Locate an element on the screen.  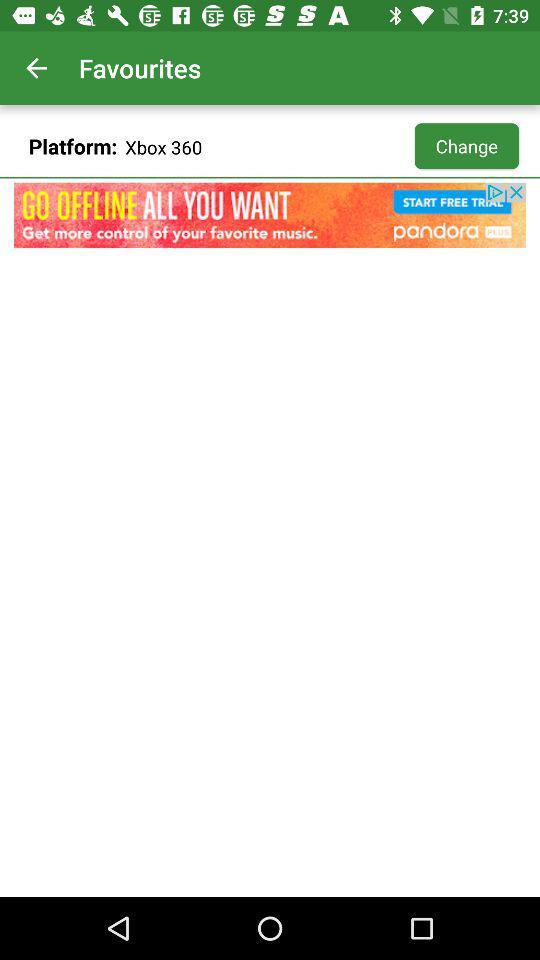
advertisement is located at coordinates (270, 215).